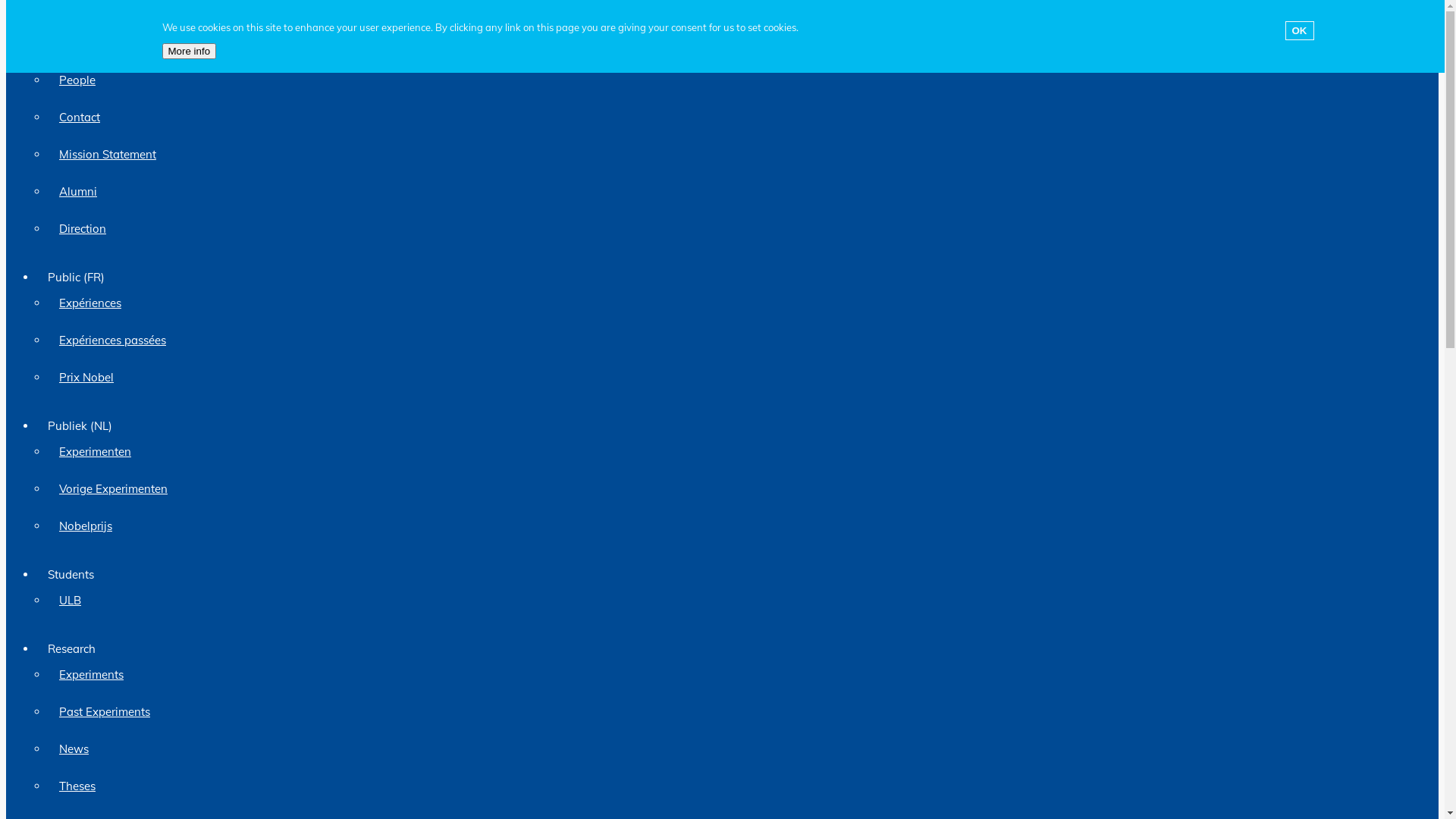 The image size is (1456, 819). I want to click on 'Mission Statement', so click(58, 154).